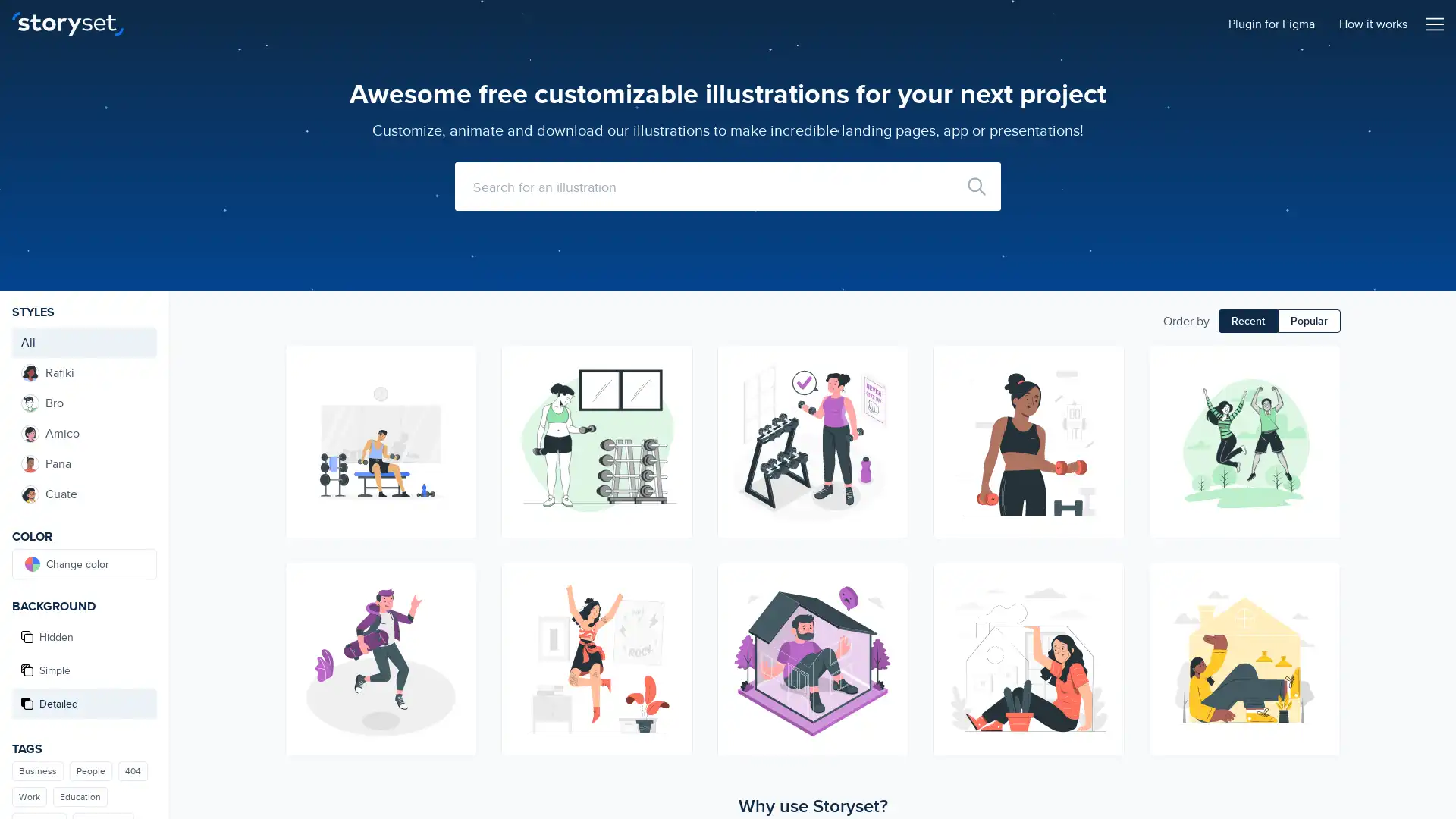  I want to click on wand icon Animate, so click(1106, 363).